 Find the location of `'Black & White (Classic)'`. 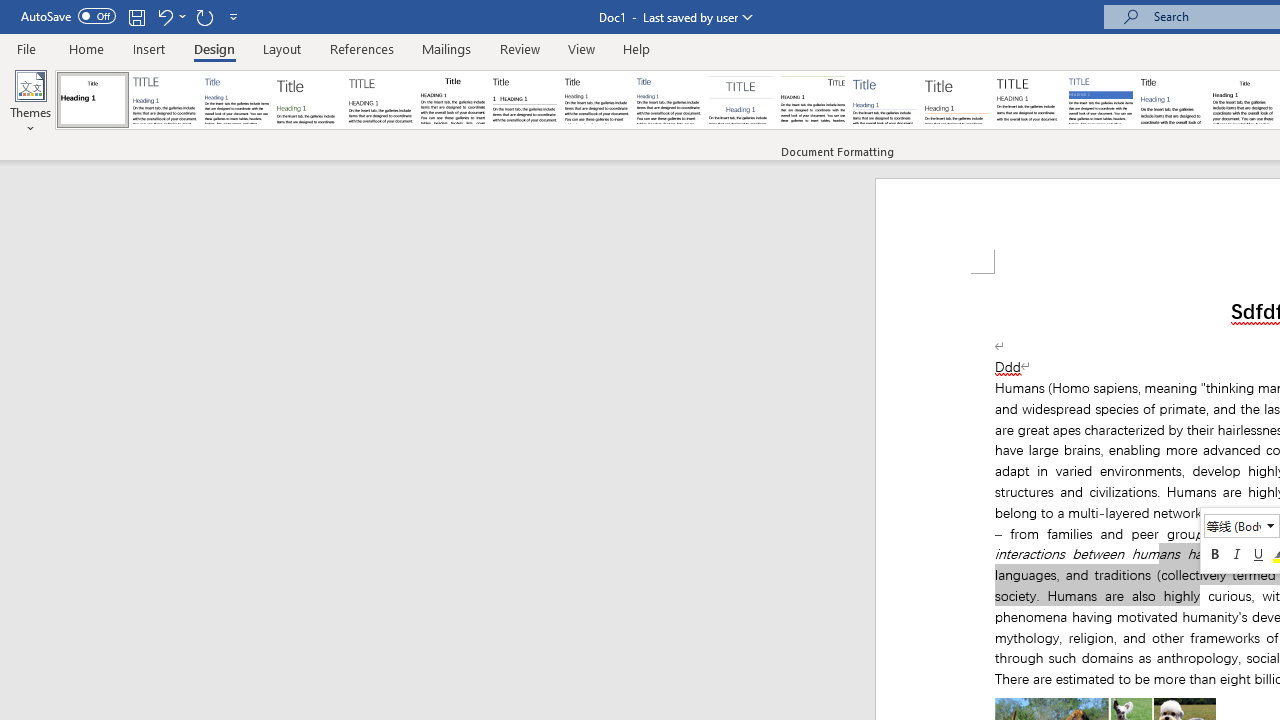

'Black & White (Classic)' is located at coordinates (452, 100).